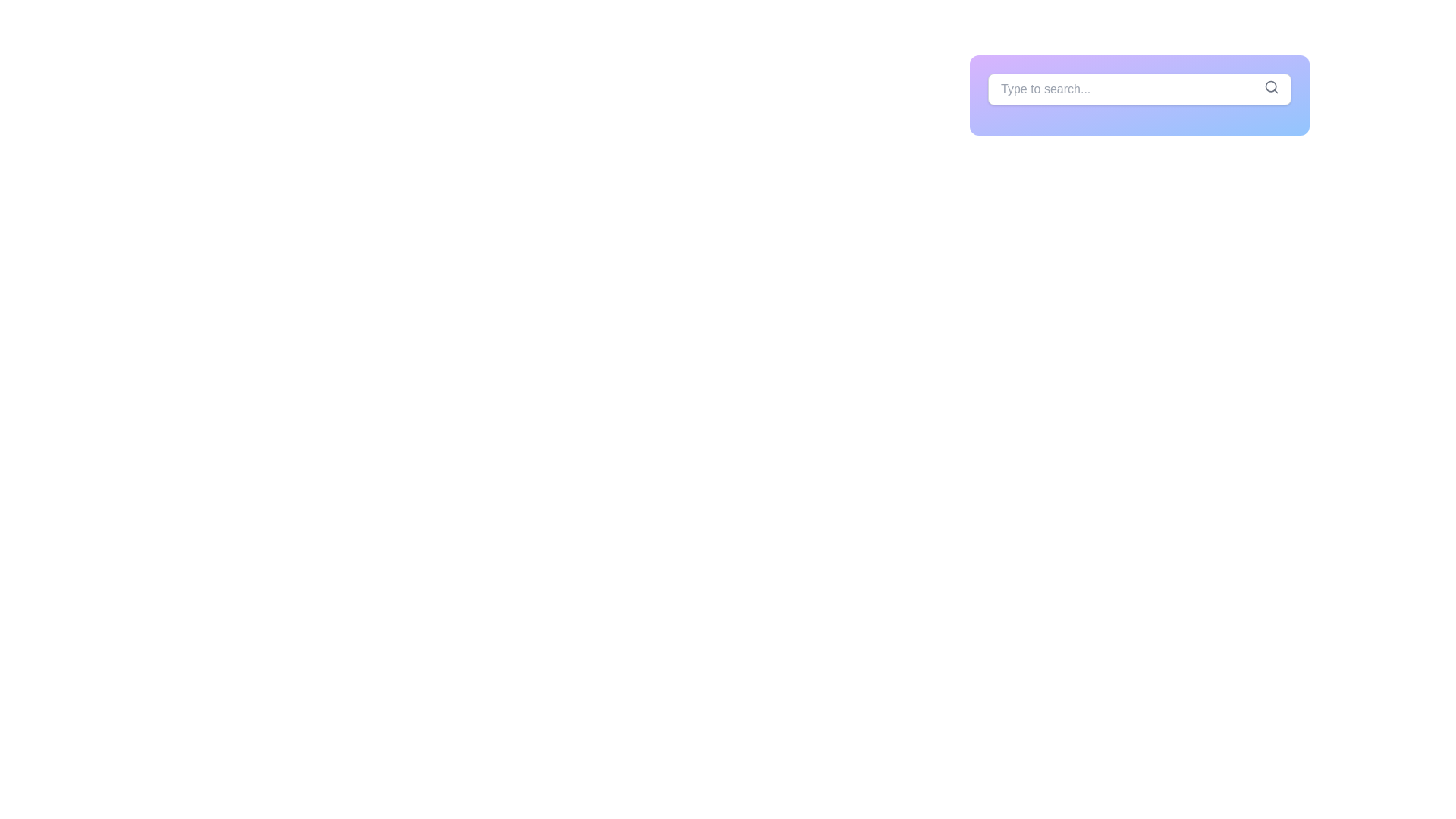 The height and width of the screenshot is (819, 1456). I want to click on the circular part of the magnifying glass icon located in the upper-right corner of the SVG graphic, so click(1271, 86).